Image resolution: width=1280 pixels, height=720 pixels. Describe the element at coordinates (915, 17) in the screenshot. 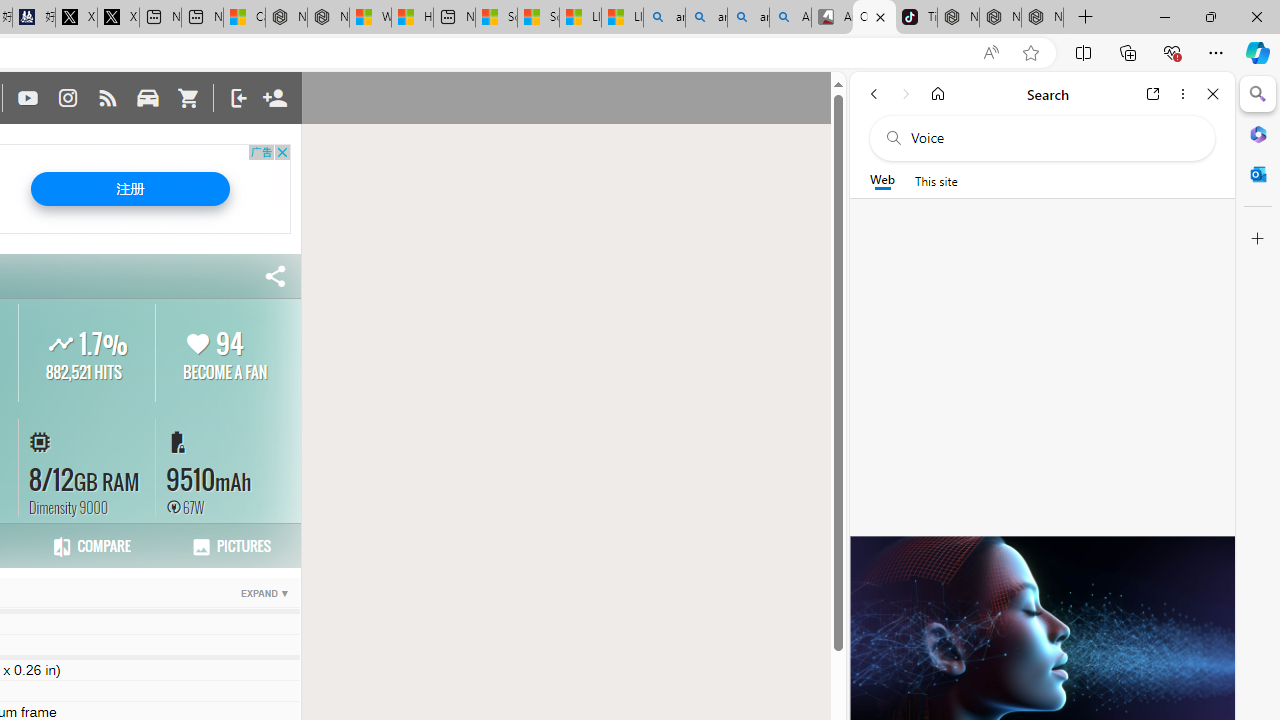

I see `'TikTok'` at that location.